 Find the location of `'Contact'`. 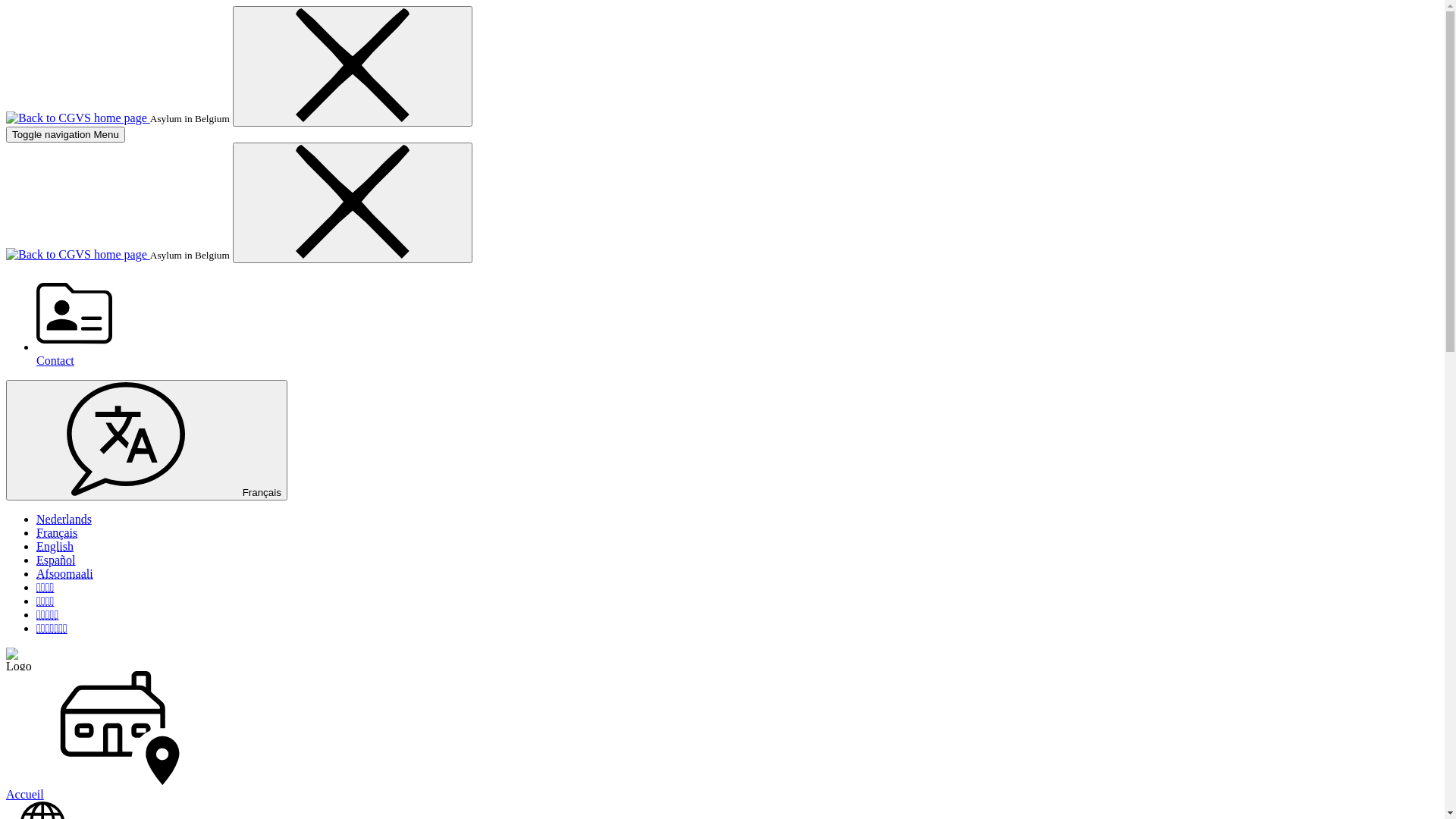

'Contact' is located at coordinates (737, 321).